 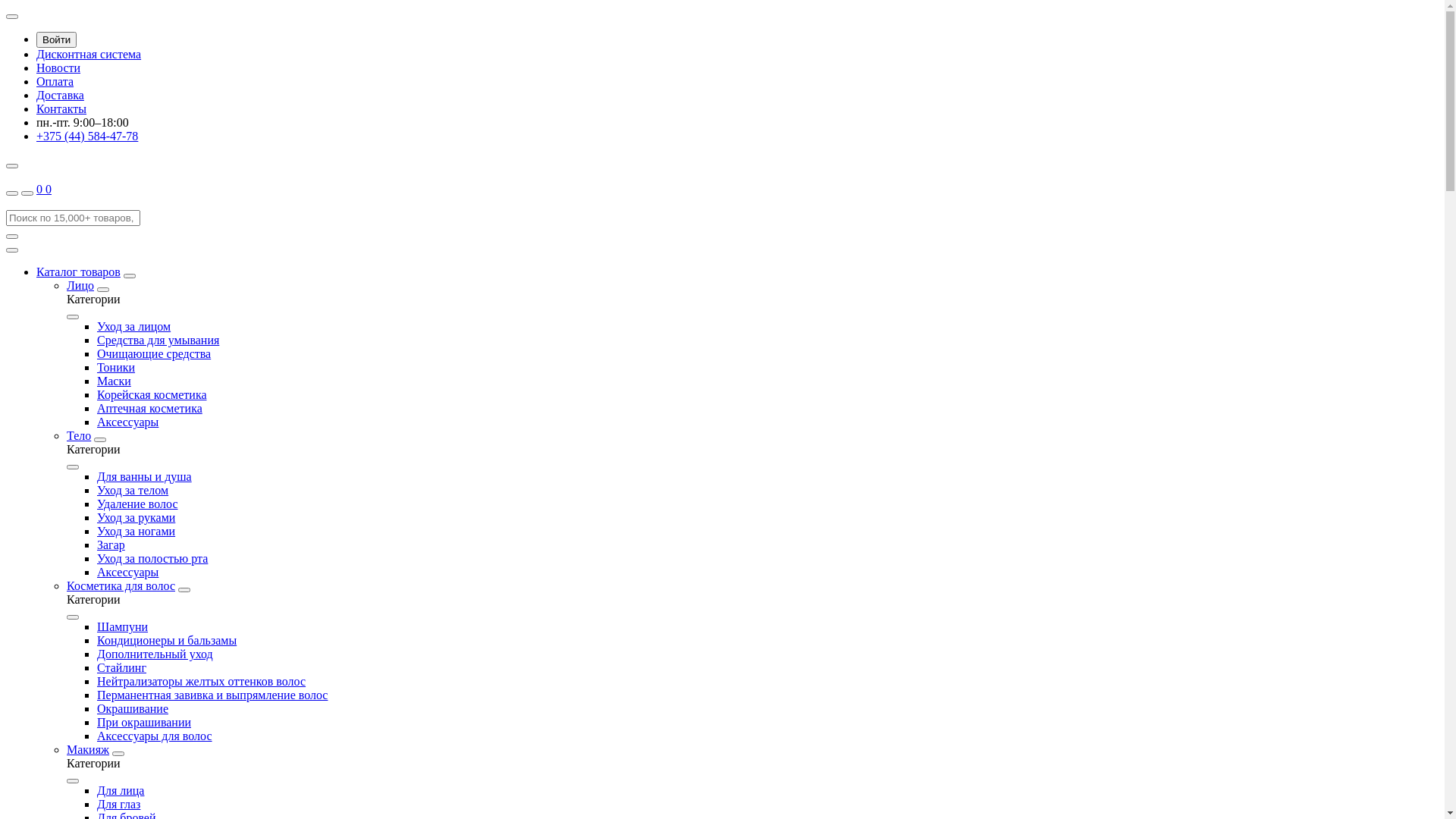 What do you see at coordinates (48, 188) in the screenshot?
I see `'0'` at bounding box center [48, 188].